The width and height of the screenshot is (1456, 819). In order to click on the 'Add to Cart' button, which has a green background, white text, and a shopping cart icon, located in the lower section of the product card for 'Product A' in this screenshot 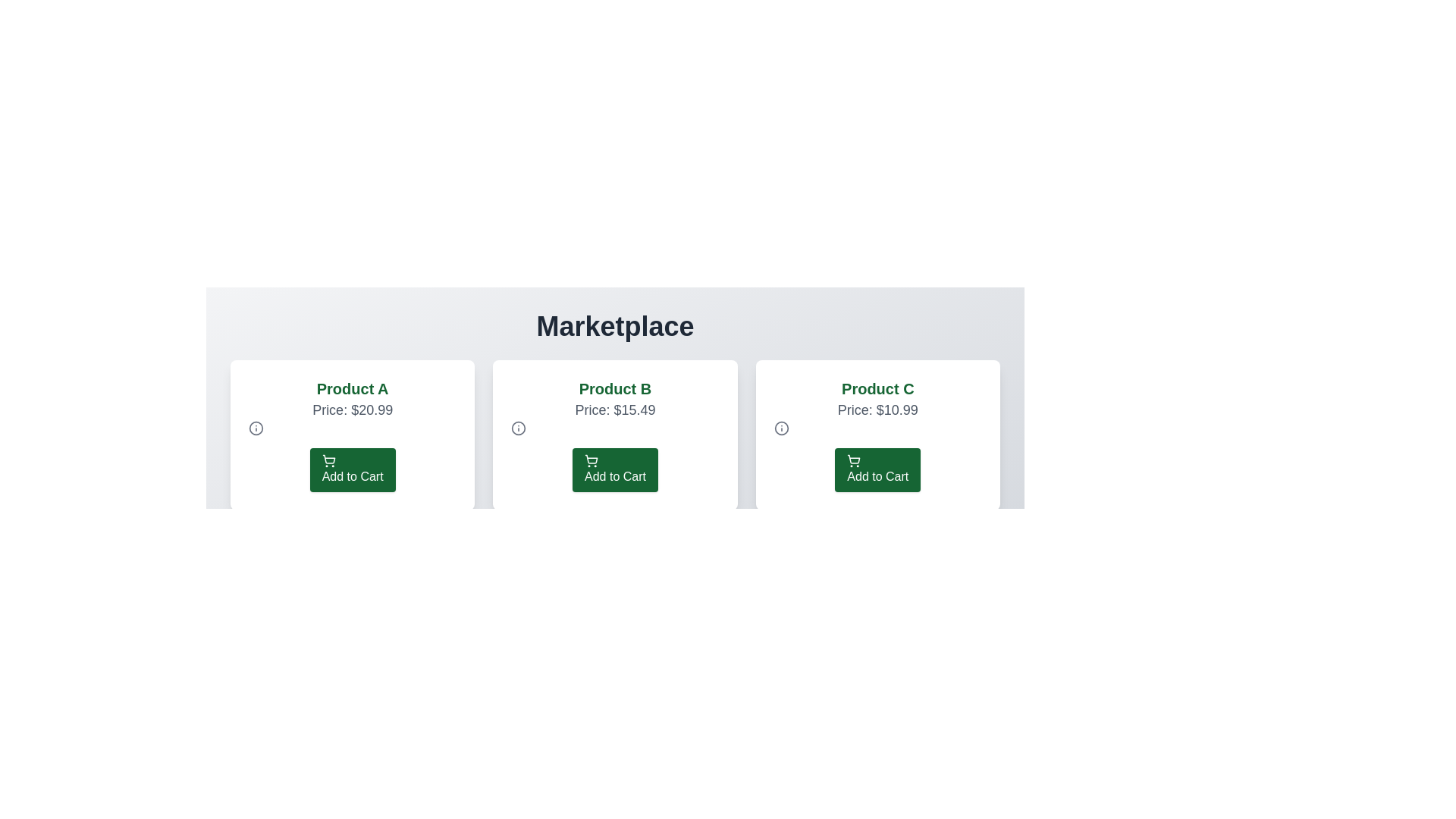, I will do `click(352, 469)`.